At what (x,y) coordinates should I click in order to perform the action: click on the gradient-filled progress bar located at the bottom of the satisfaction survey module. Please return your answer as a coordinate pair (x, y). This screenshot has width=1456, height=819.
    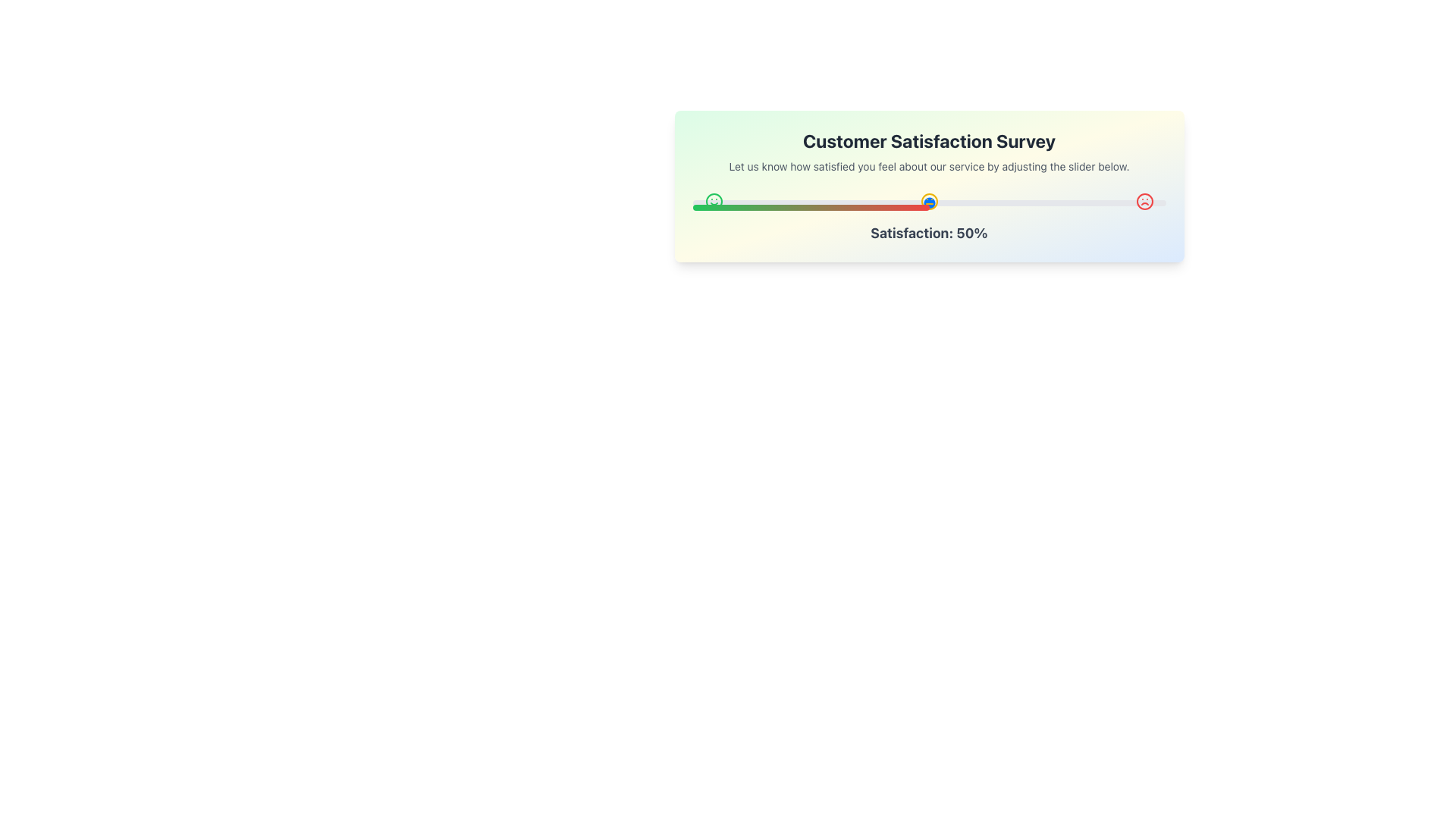
    Looking at the image, I should click on (810, 207).